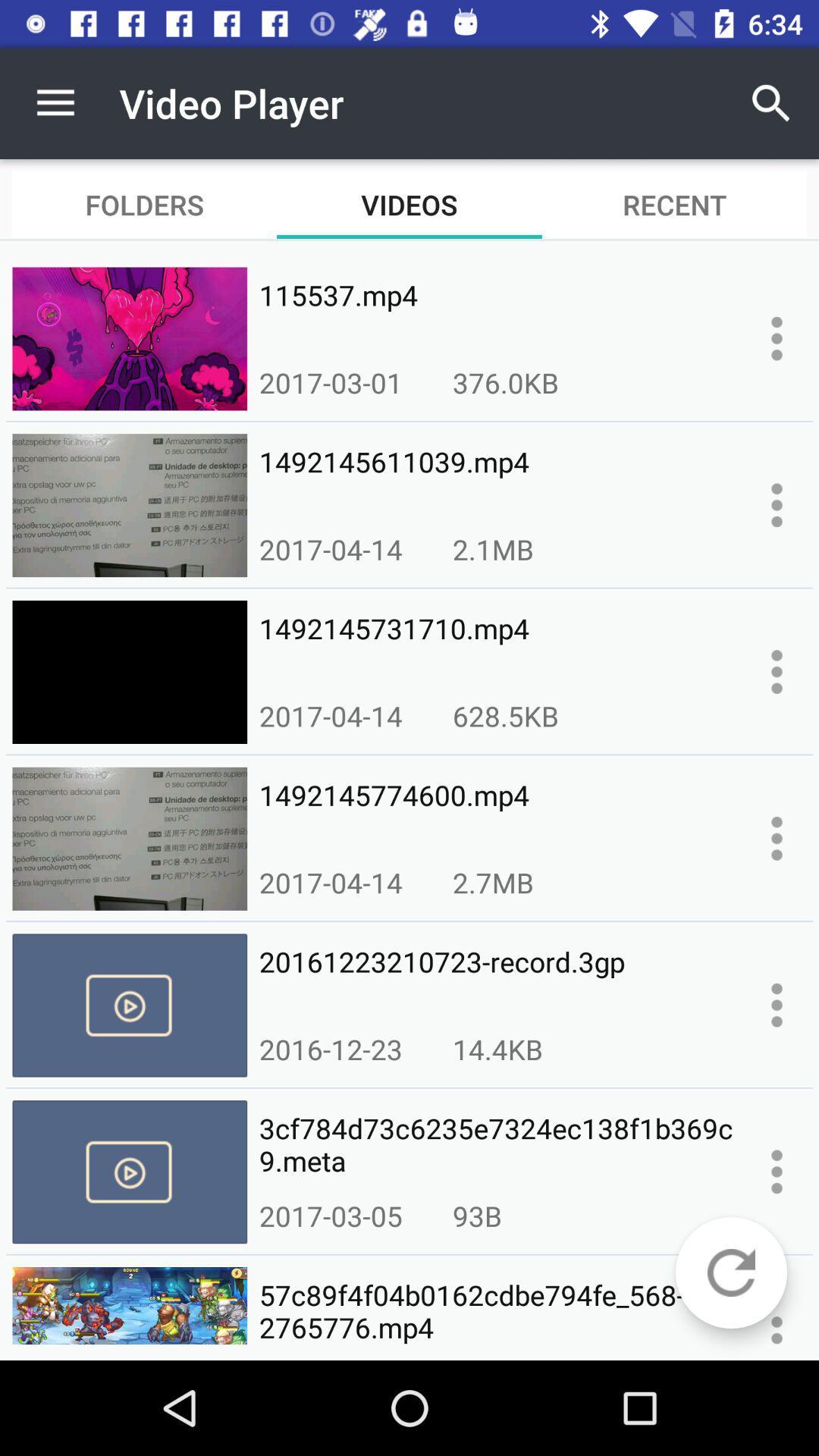 The width and height of the screenshot is (819, 1456). Describe the element at coordinates (777, 1171) in the screenshot. I see `more information` at that location.